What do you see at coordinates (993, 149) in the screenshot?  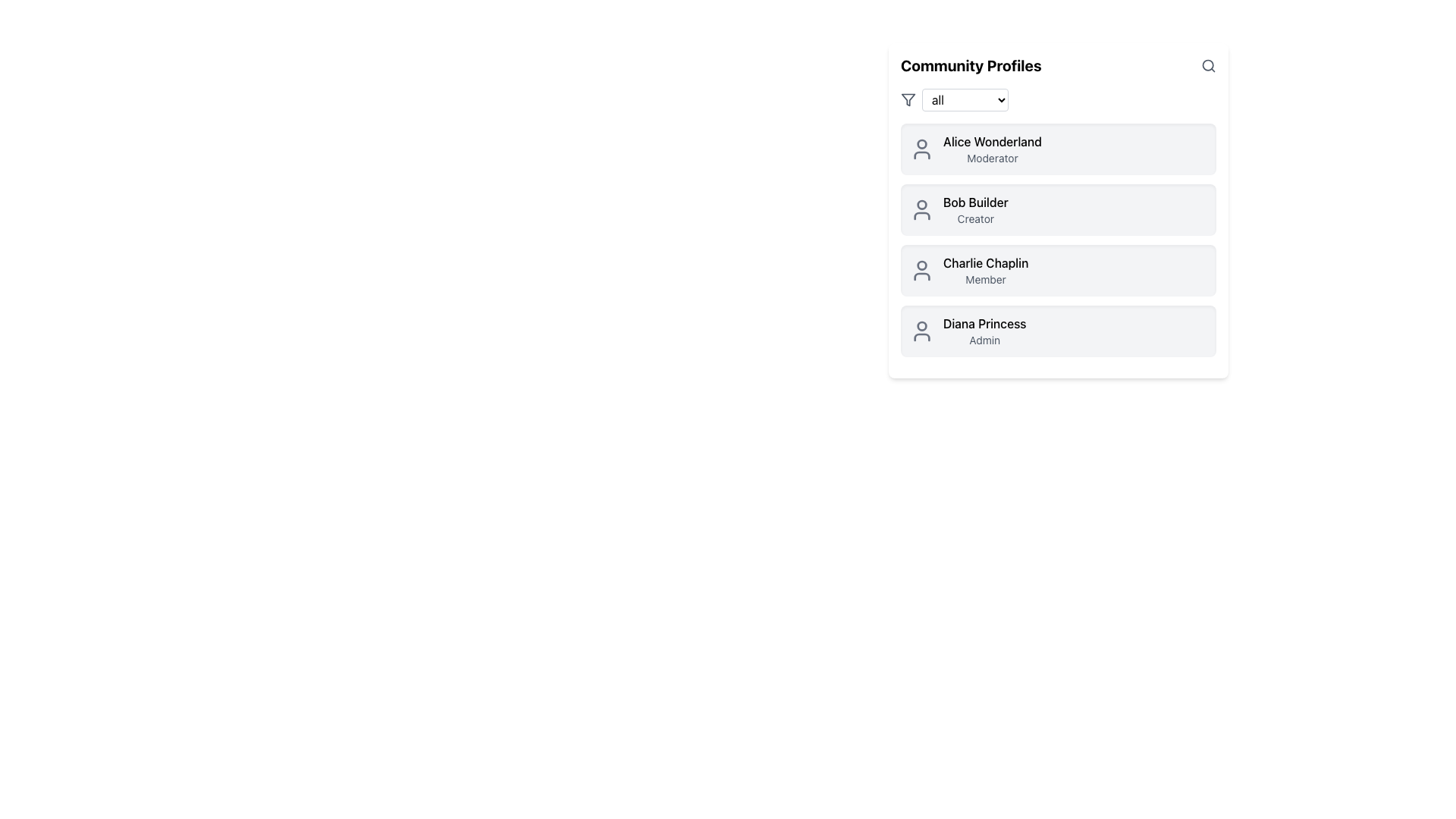 I see `the Text display element that shows the user's name and role, specifically the first profile entry under 'Community Profiles'` at bounding box center [993, 149].